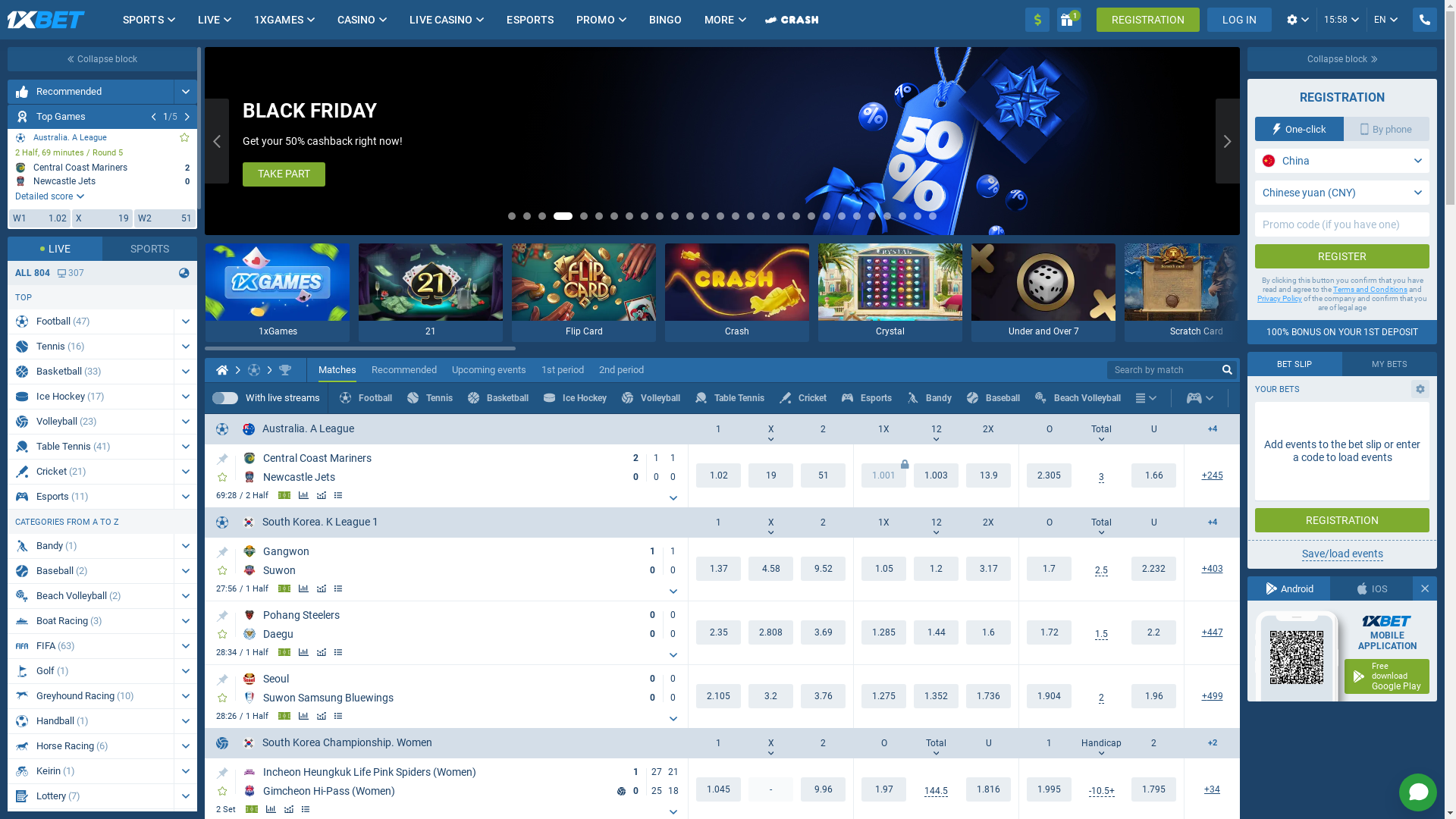  I want to click on 'W2, so click(165, 218).